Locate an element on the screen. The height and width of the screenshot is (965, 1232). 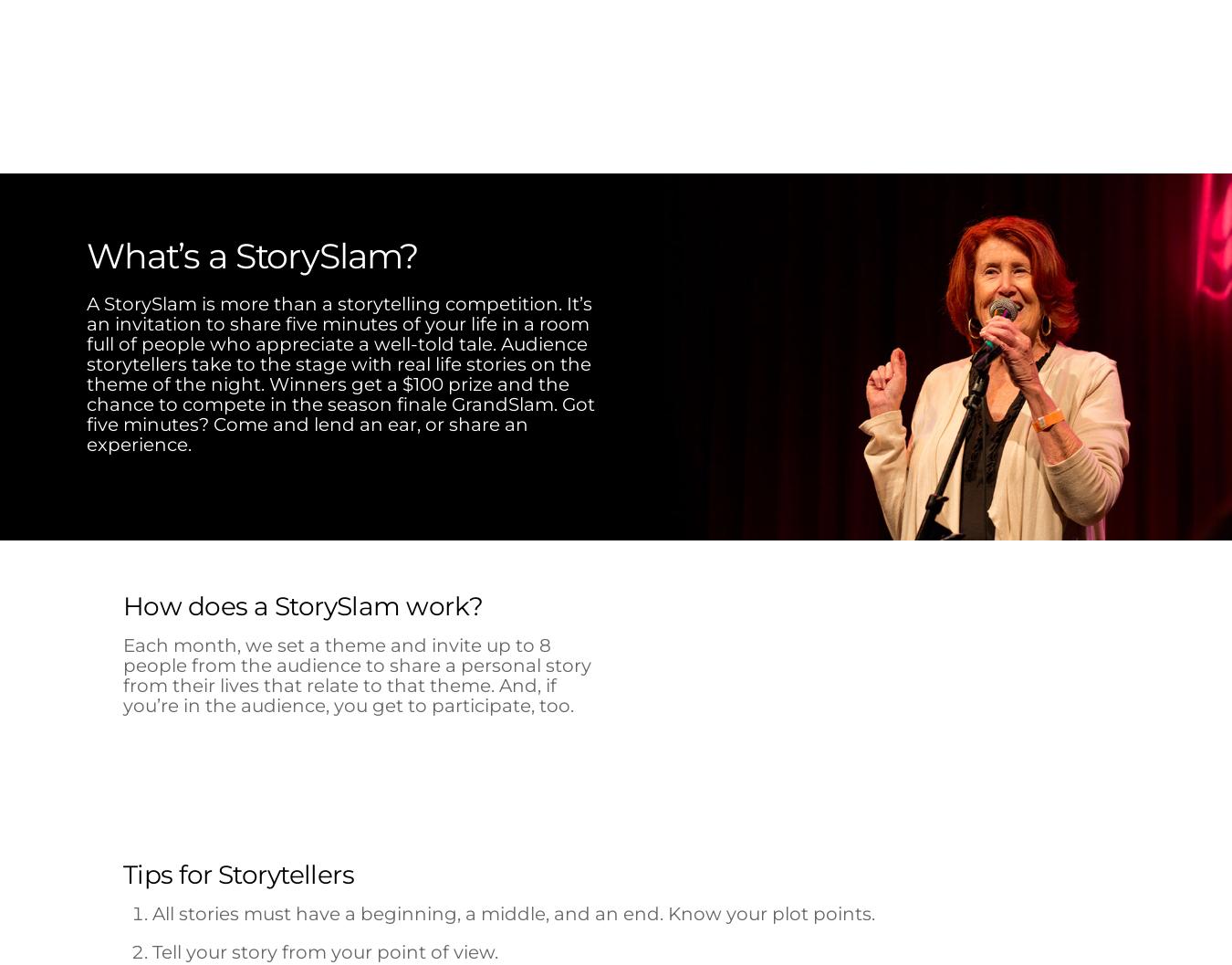
'Length –' is located at coordinates (671, 584).